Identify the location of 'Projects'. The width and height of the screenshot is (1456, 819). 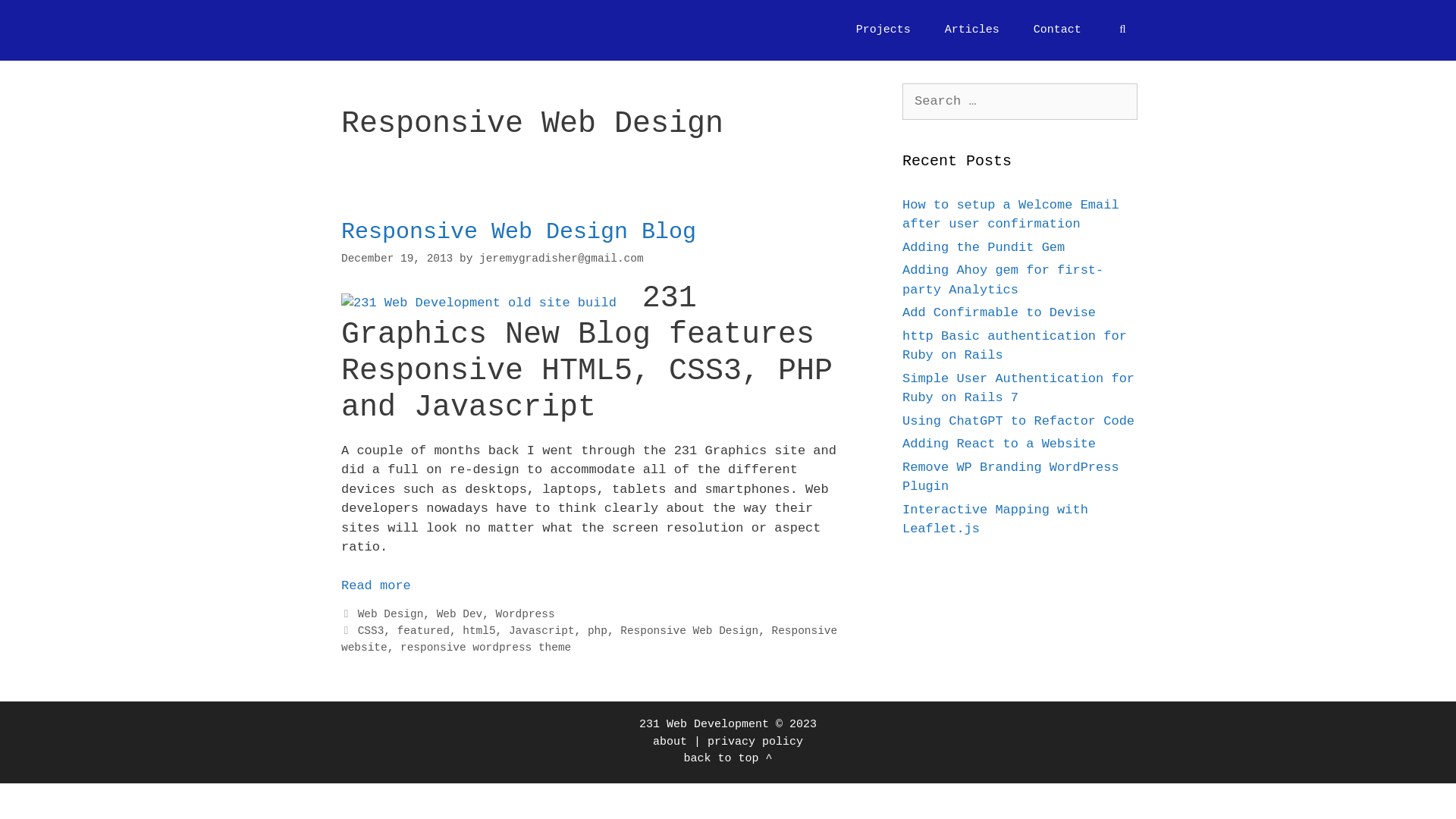
(883, 30).